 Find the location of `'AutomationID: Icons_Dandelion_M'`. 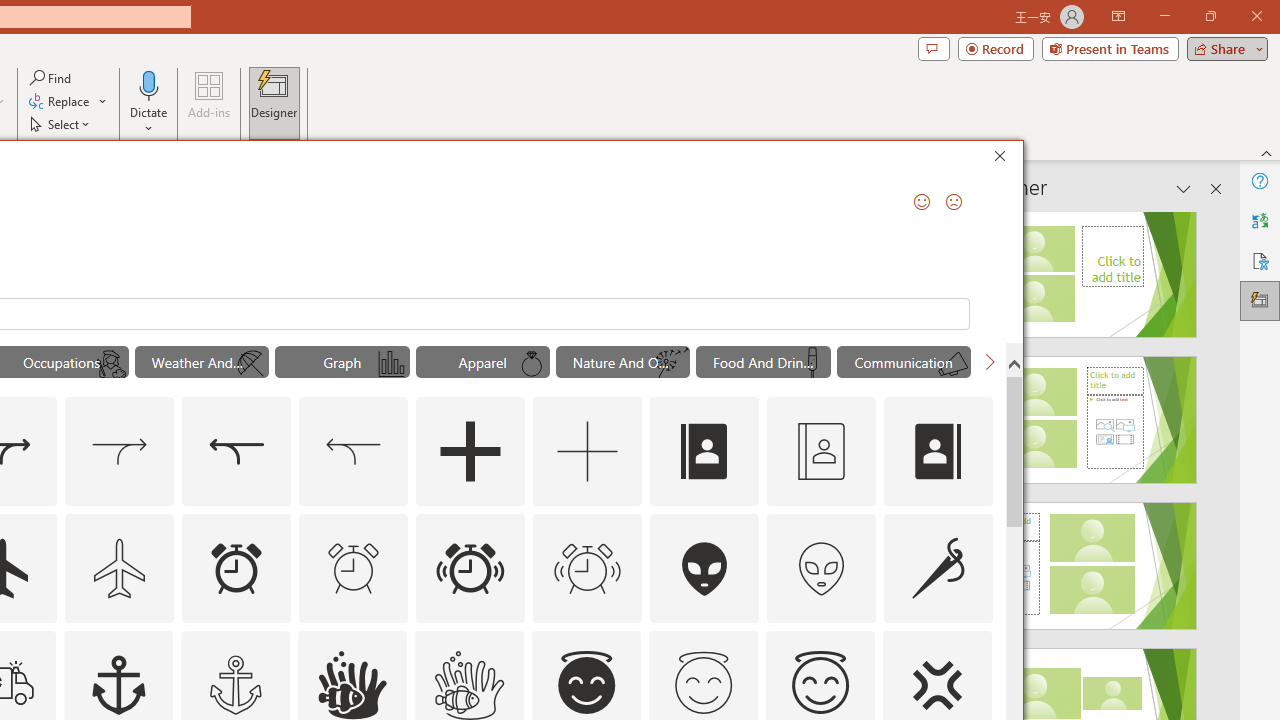

'AutomationID: Icons_Dandelion_M' is located at coordinates (672, 364).